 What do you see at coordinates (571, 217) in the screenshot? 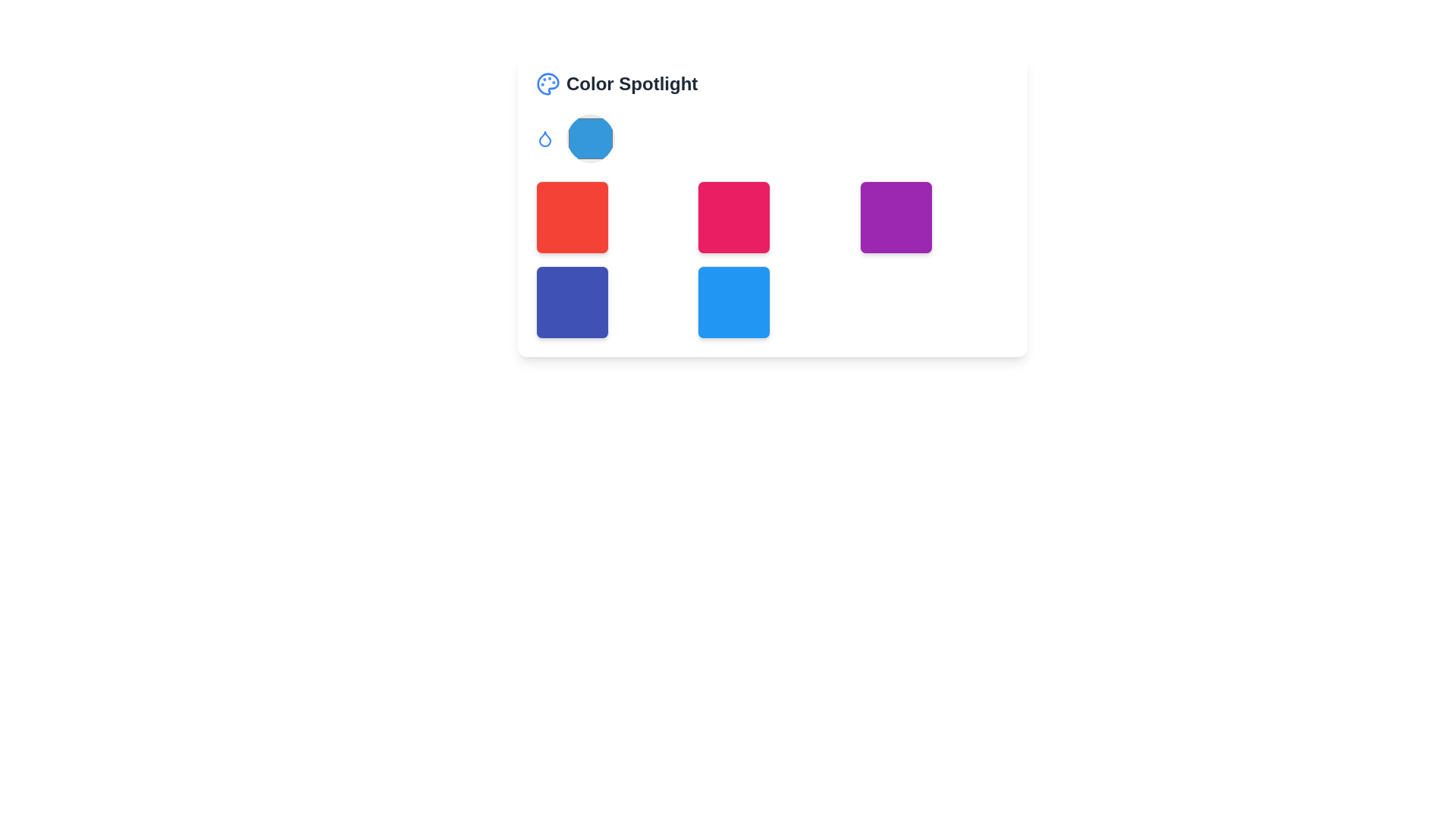
I see `the upper-left clickable color square` at bounding box center [571, 217].